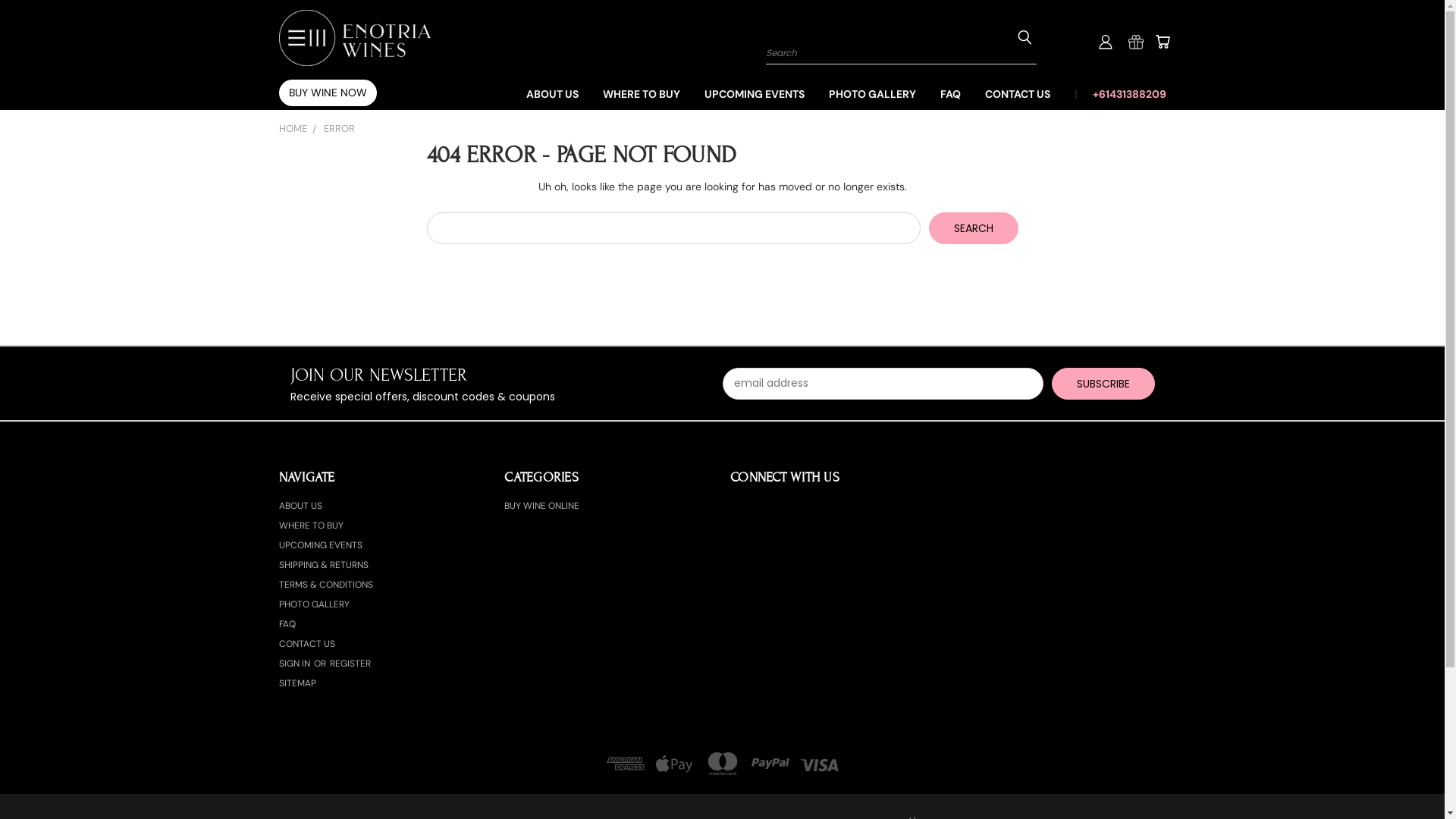 Image resolution: width=1456 pixels, height=819 pixels. I want to click on 'Gift Certificates', so click(1128, 40).